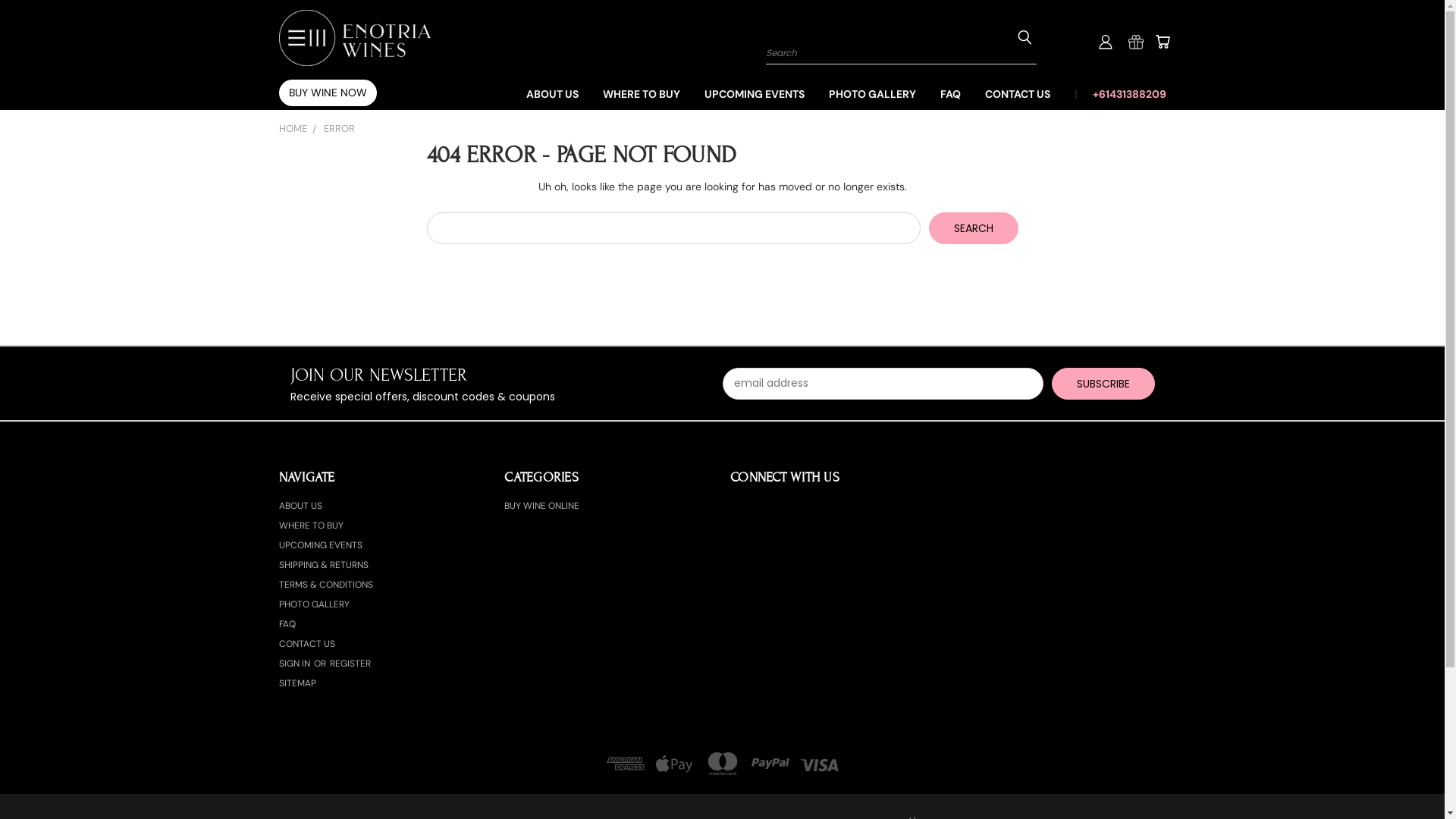 Image resolution: width=1456 pixels, height=819 pixels. I want to click on 'Gift Certificates', so click(1128, 40).